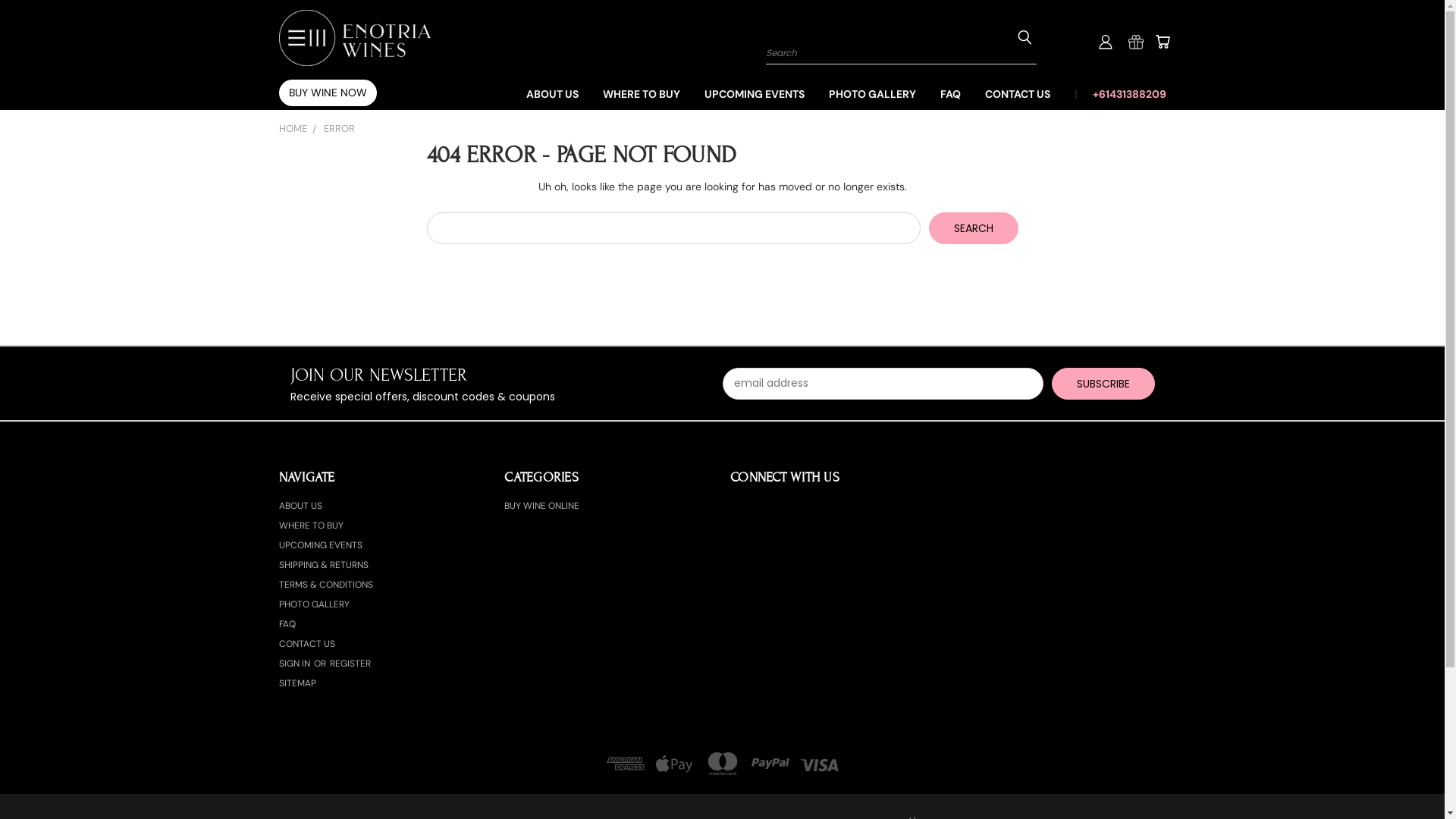 Image resolution: width=1456 pixels, height=819 pixels. I want to click on 'Gift Certificates', so click(1128, 40).